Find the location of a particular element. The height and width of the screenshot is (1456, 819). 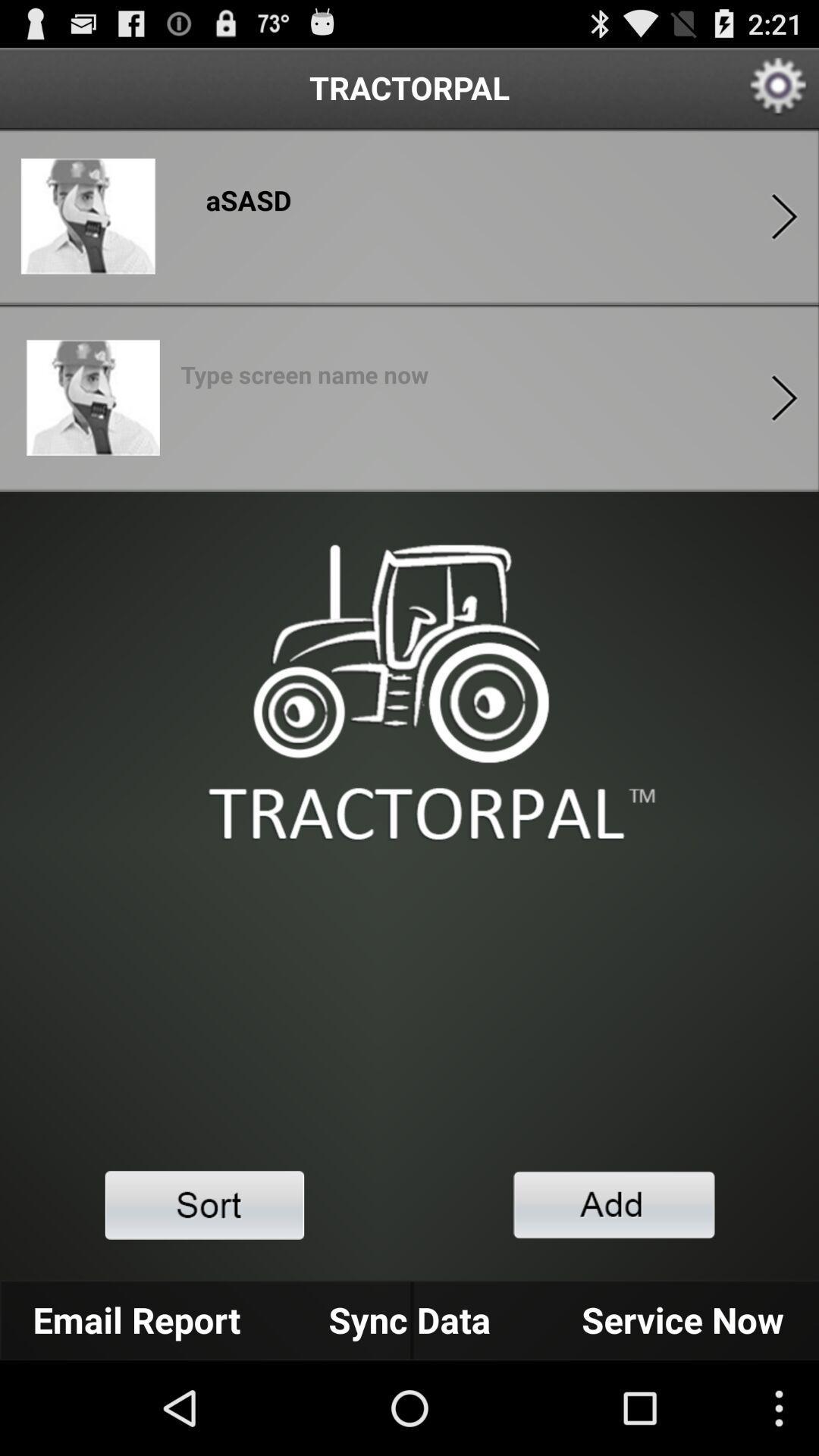

next is located at coordinates (784, 215).